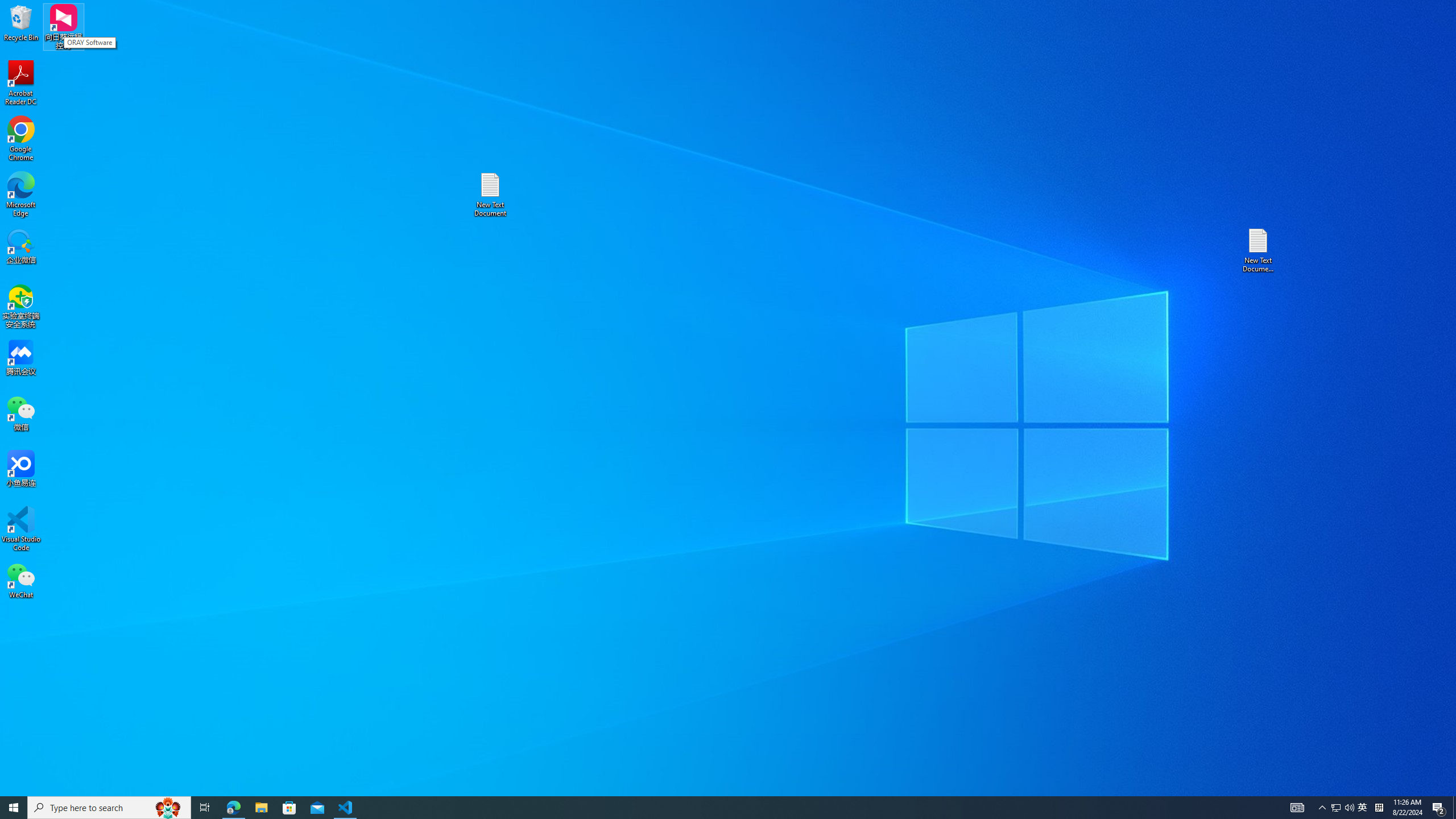 This screenshot has height=819, width=1456. What do you see at coordinates (20, 528) in the screenshot?
I see `'Visual Studio Code'` at bounding box center [20, 528].